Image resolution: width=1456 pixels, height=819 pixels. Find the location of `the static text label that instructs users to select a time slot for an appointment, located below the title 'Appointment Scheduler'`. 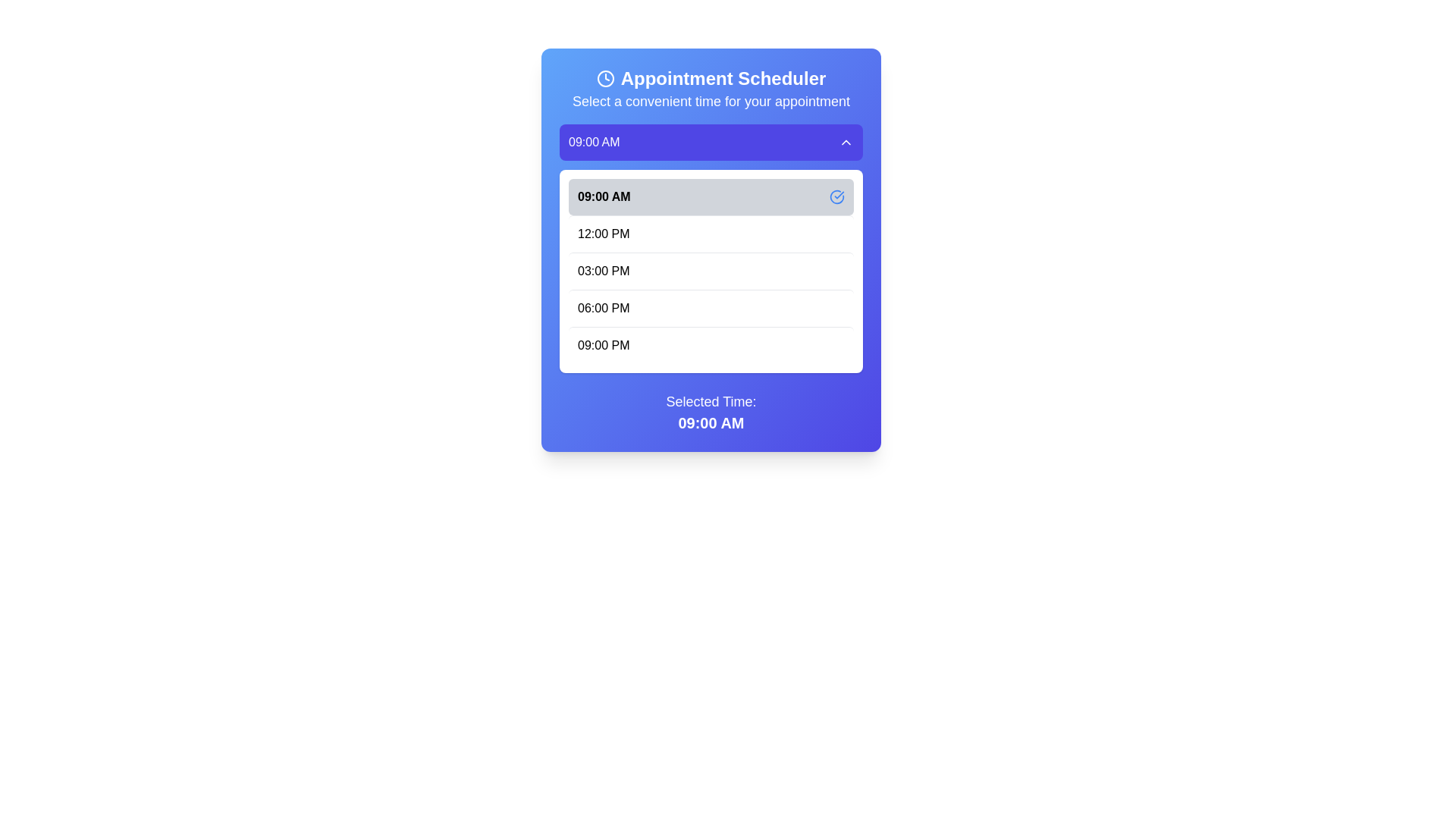

the static text label that instructs users to select a time slot for an appointment, located below the title 'Appointment Scheduler' is located at coordinates (710, 102).